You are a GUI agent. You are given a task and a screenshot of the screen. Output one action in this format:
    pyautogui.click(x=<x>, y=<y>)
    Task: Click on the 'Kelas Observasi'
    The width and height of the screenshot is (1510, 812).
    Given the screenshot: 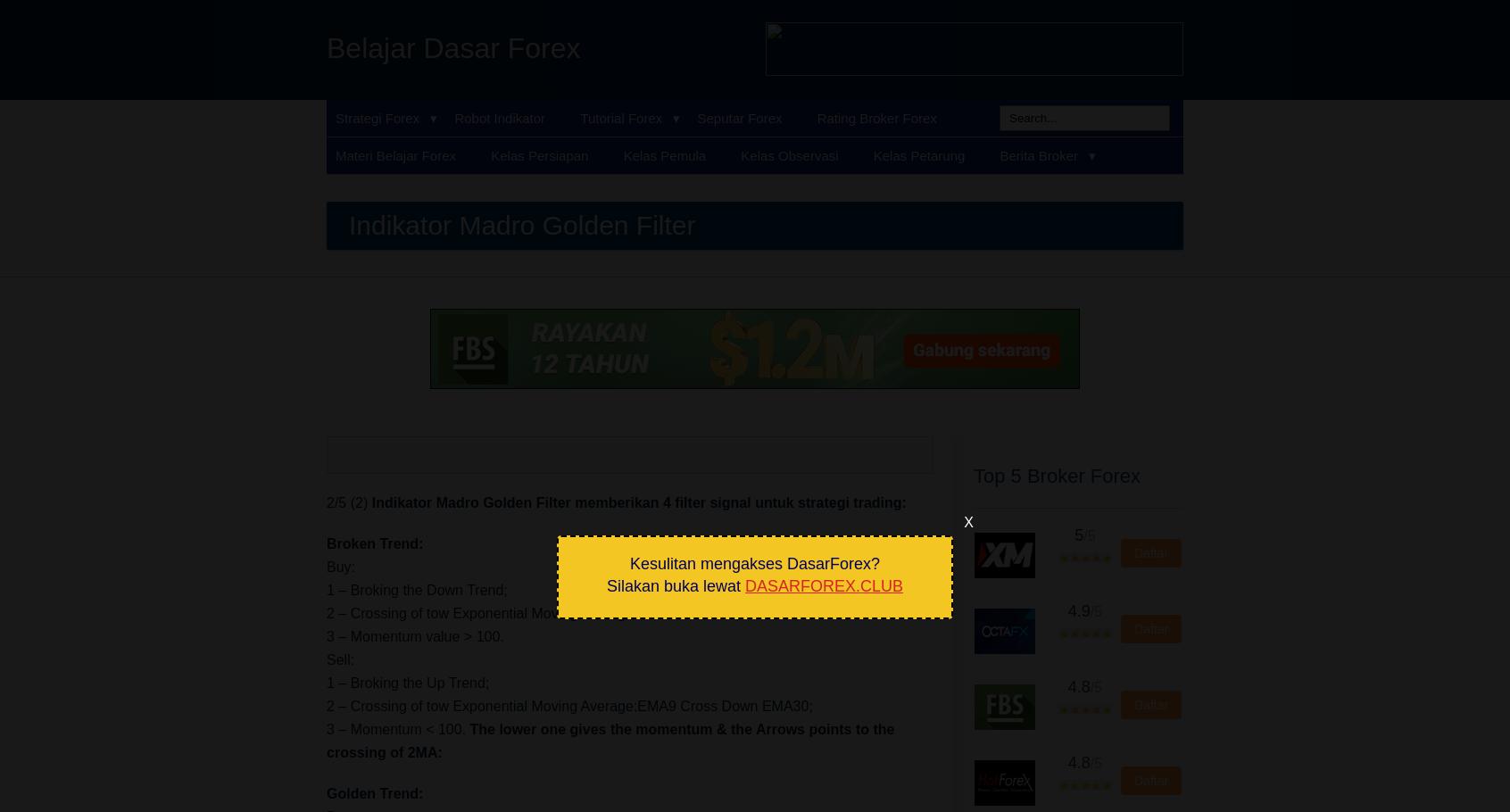 What is the action you would take?
    pyautogui.click(x=788, y=155)
    